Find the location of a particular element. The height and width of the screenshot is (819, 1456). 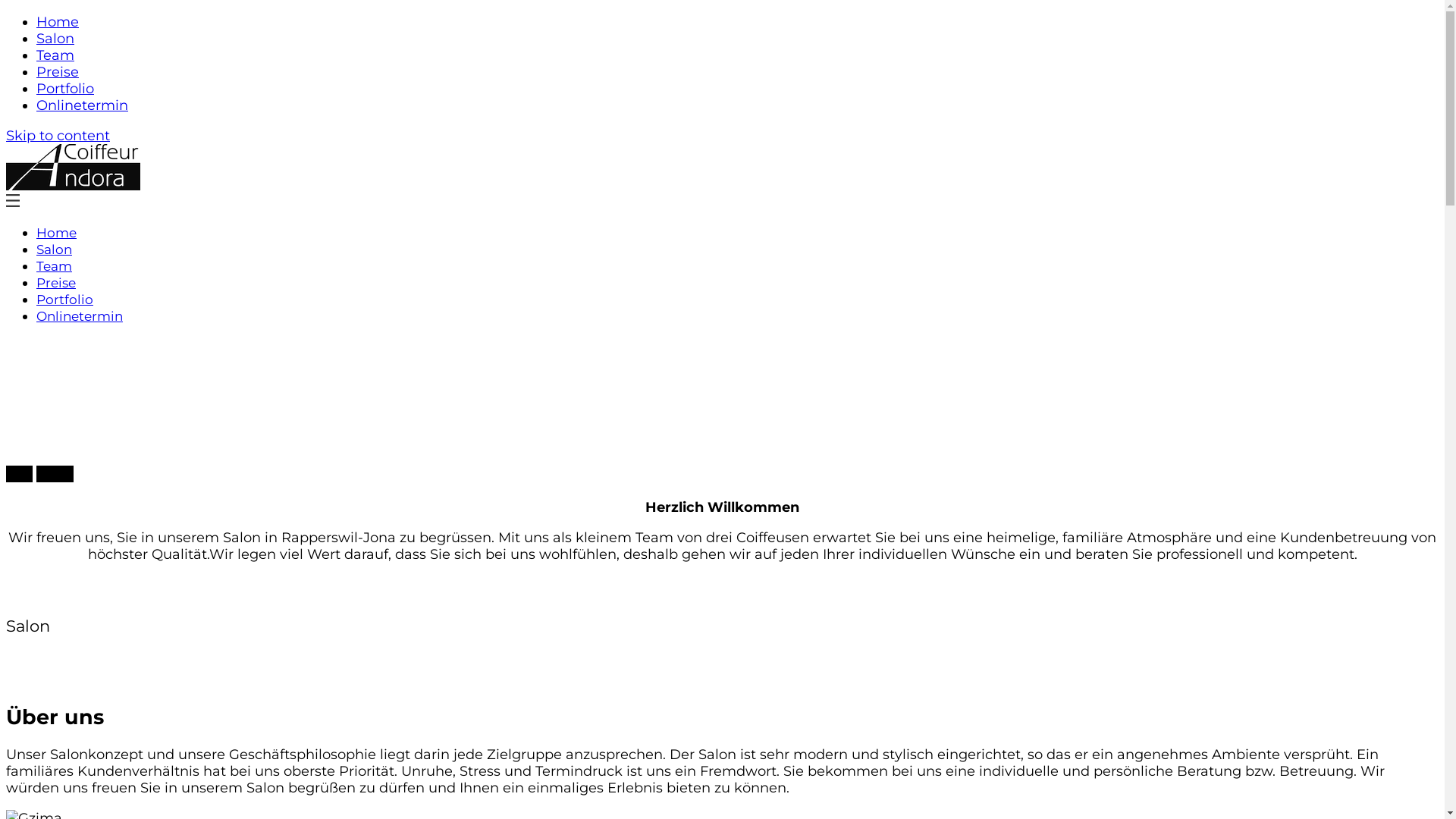

'Onlinetermin' is located at coordinates (79, 315).